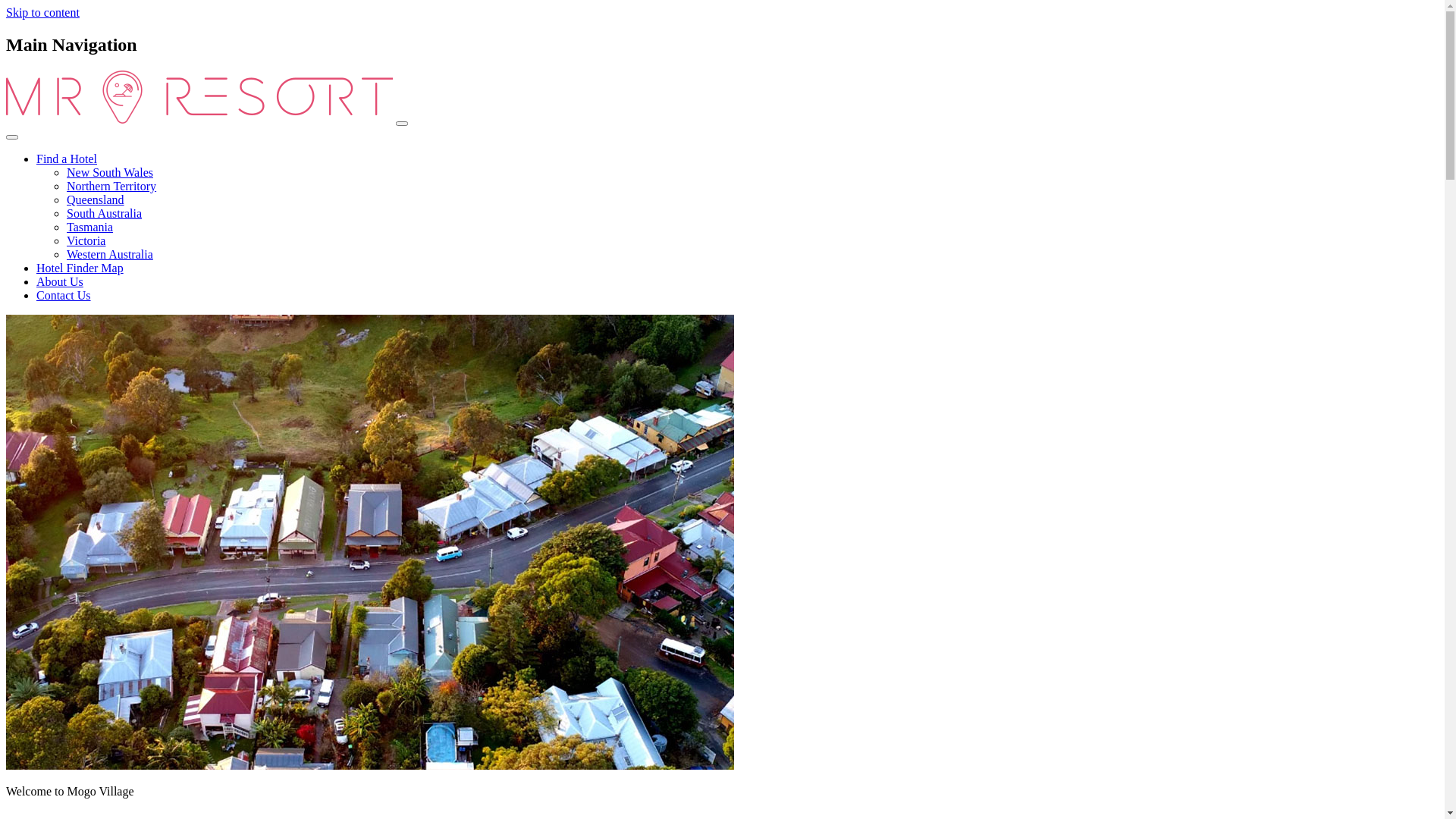 This screenshot has height=819, width=1456. Describe the element at coordinates (65, 171) in the screenshot. I see `'New South Wales'` at that location.